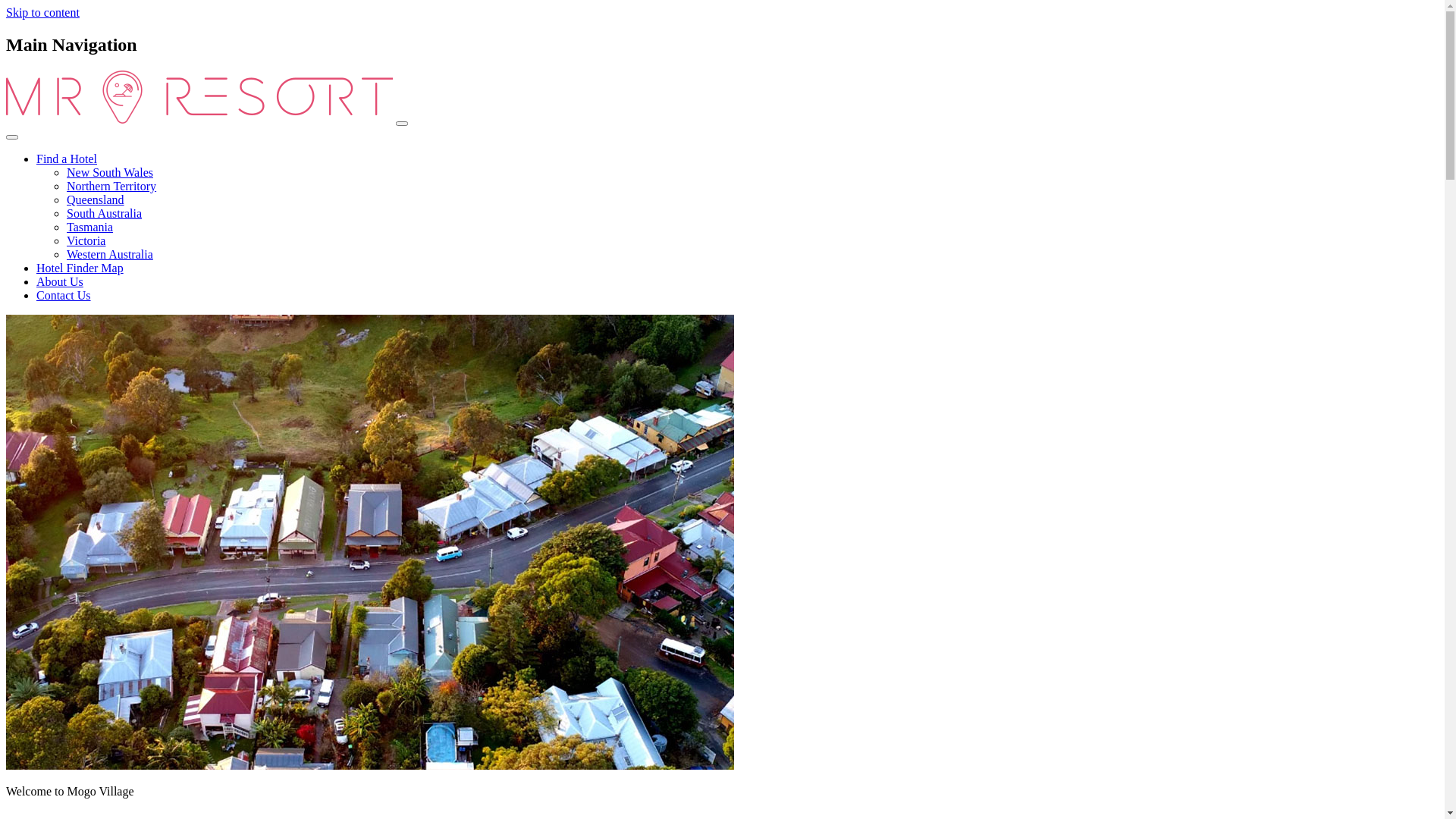 This screenshot has height=819, width=1456. Describe the element at coordinates (65, 171) in the screenshot. I see `'New South Wales'` at that location.